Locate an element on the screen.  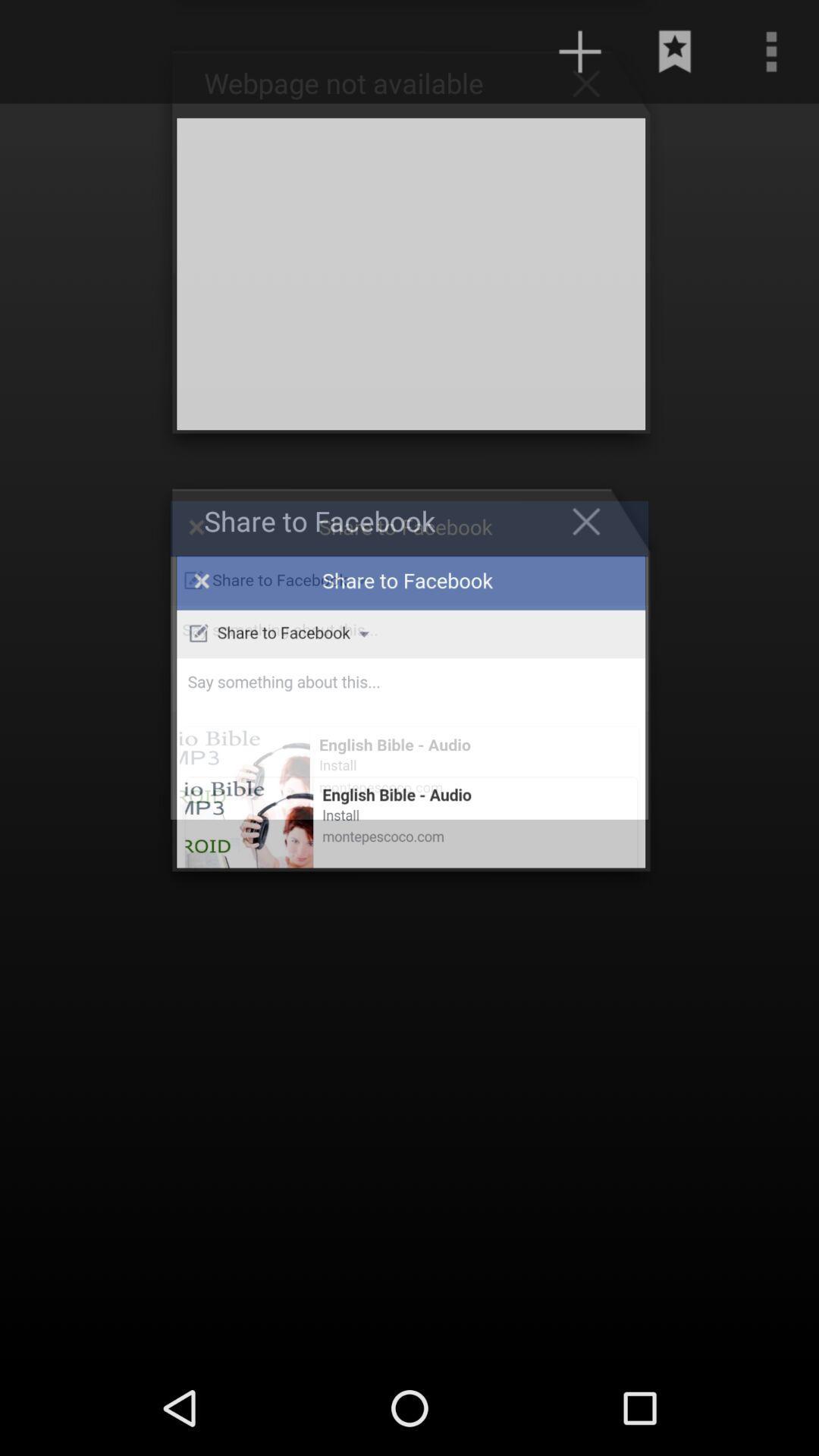
the more icon is located at coordinates (771, 55).